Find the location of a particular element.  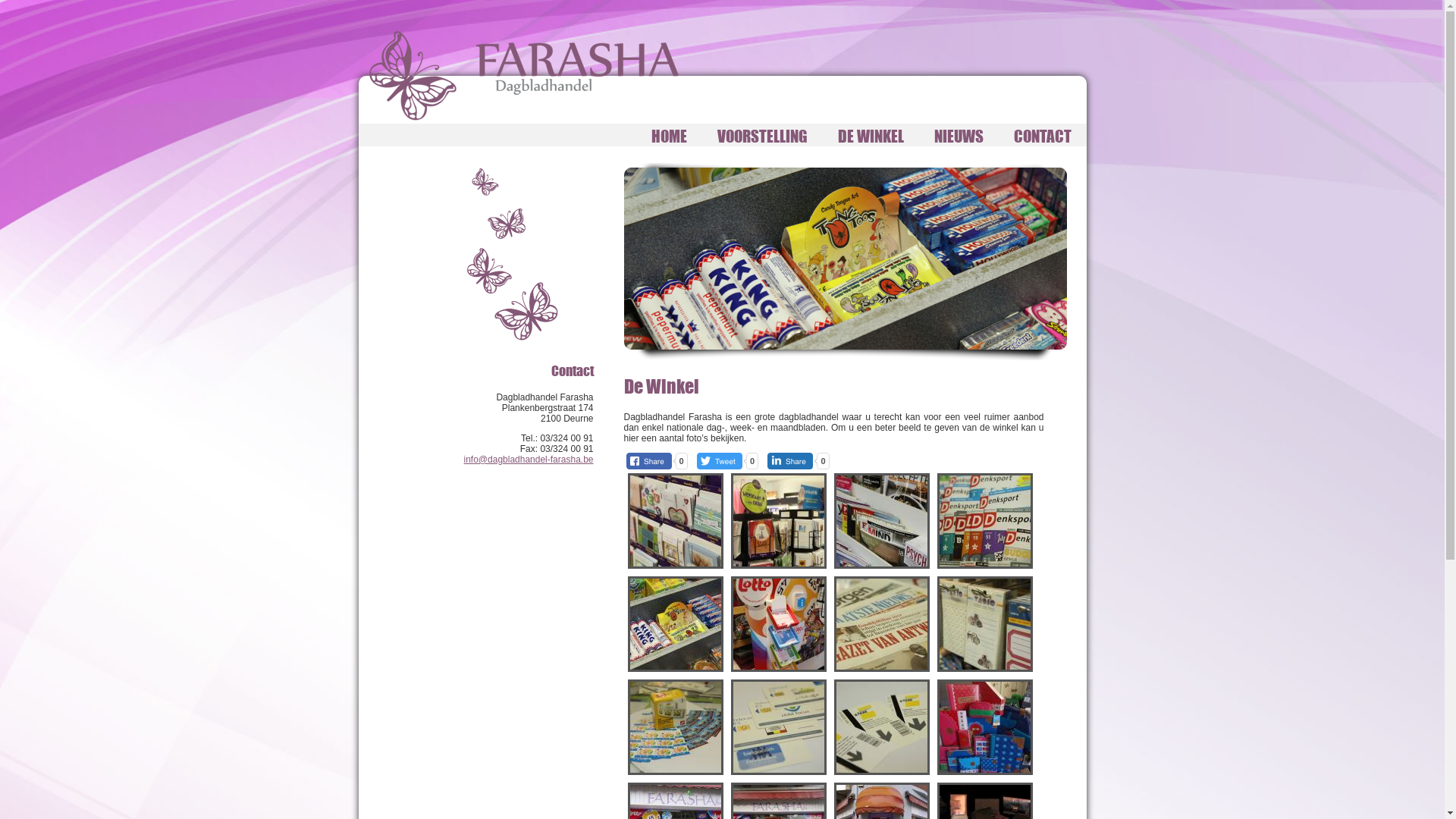

'HOME' is located at coordinates (667, 134).